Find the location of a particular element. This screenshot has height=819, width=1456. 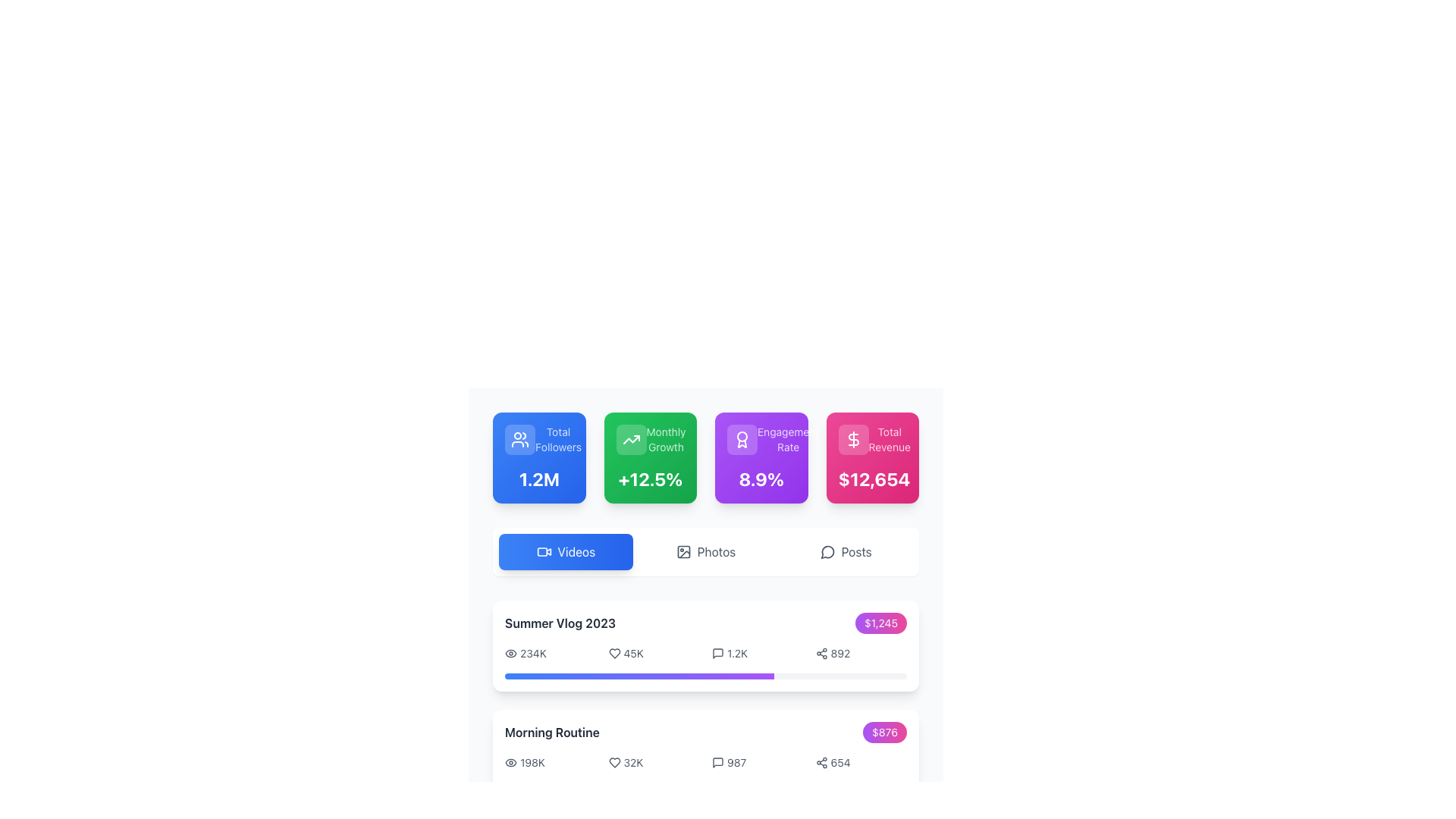

attributes of the Polyline element within the SVG that visually represents positive growth, located above the '+12.5%' text in the green card labeled 'Monthly Growth' is located at coordinates (631, 439).